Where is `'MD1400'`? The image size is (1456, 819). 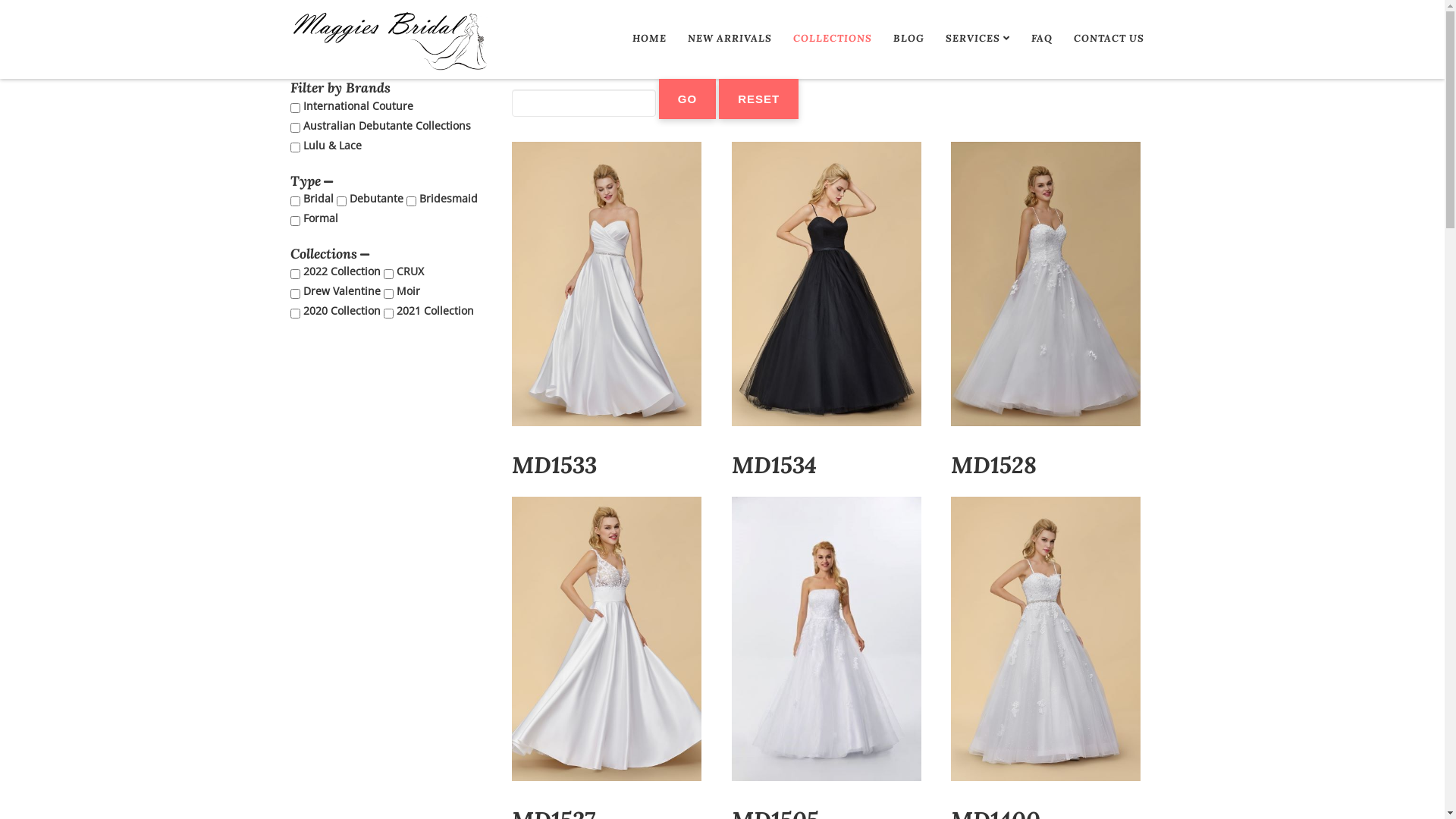 'MD1400' is located at coordinates (1044, 639).